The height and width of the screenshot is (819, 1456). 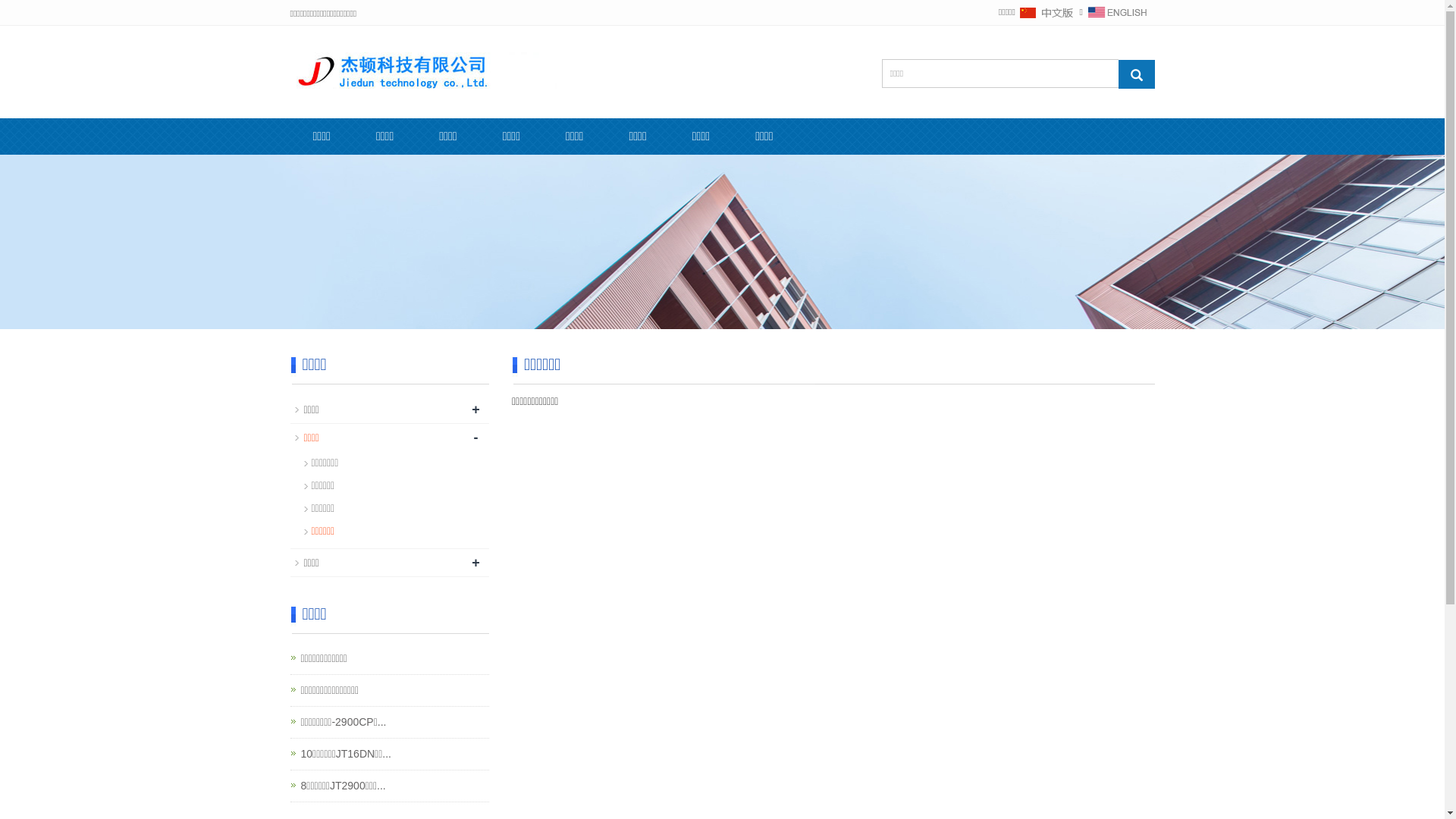 What do you see at coordinates (1087, 11) in the screenshot?
I see `'English'` at bounding box center [1087, 11].